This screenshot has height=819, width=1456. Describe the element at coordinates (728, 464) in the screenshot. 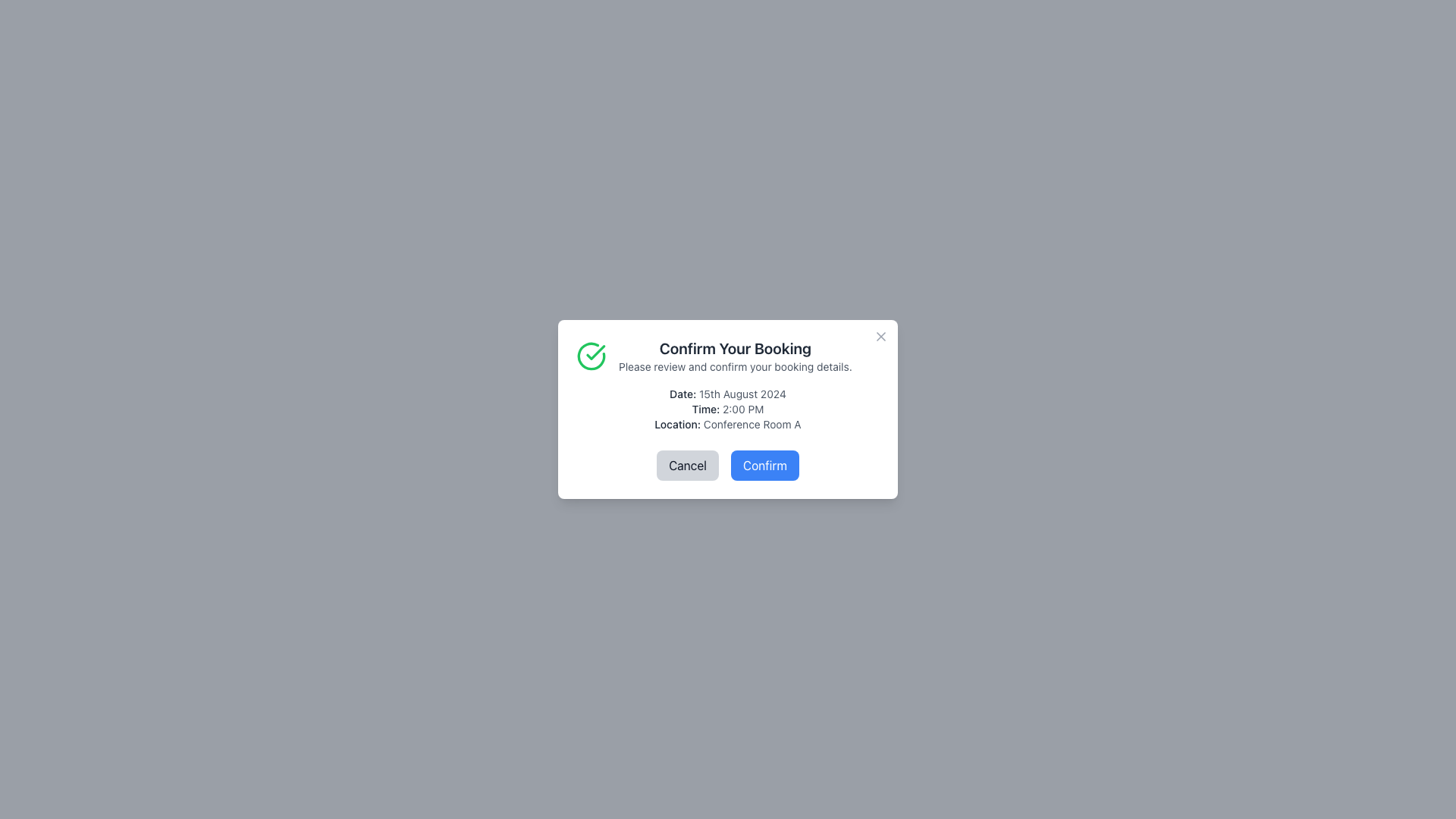

I see `the 'Cancel' or 'Confirm' button in the horizontal button group within the 'Confirm Your Booking' modal` at that location.